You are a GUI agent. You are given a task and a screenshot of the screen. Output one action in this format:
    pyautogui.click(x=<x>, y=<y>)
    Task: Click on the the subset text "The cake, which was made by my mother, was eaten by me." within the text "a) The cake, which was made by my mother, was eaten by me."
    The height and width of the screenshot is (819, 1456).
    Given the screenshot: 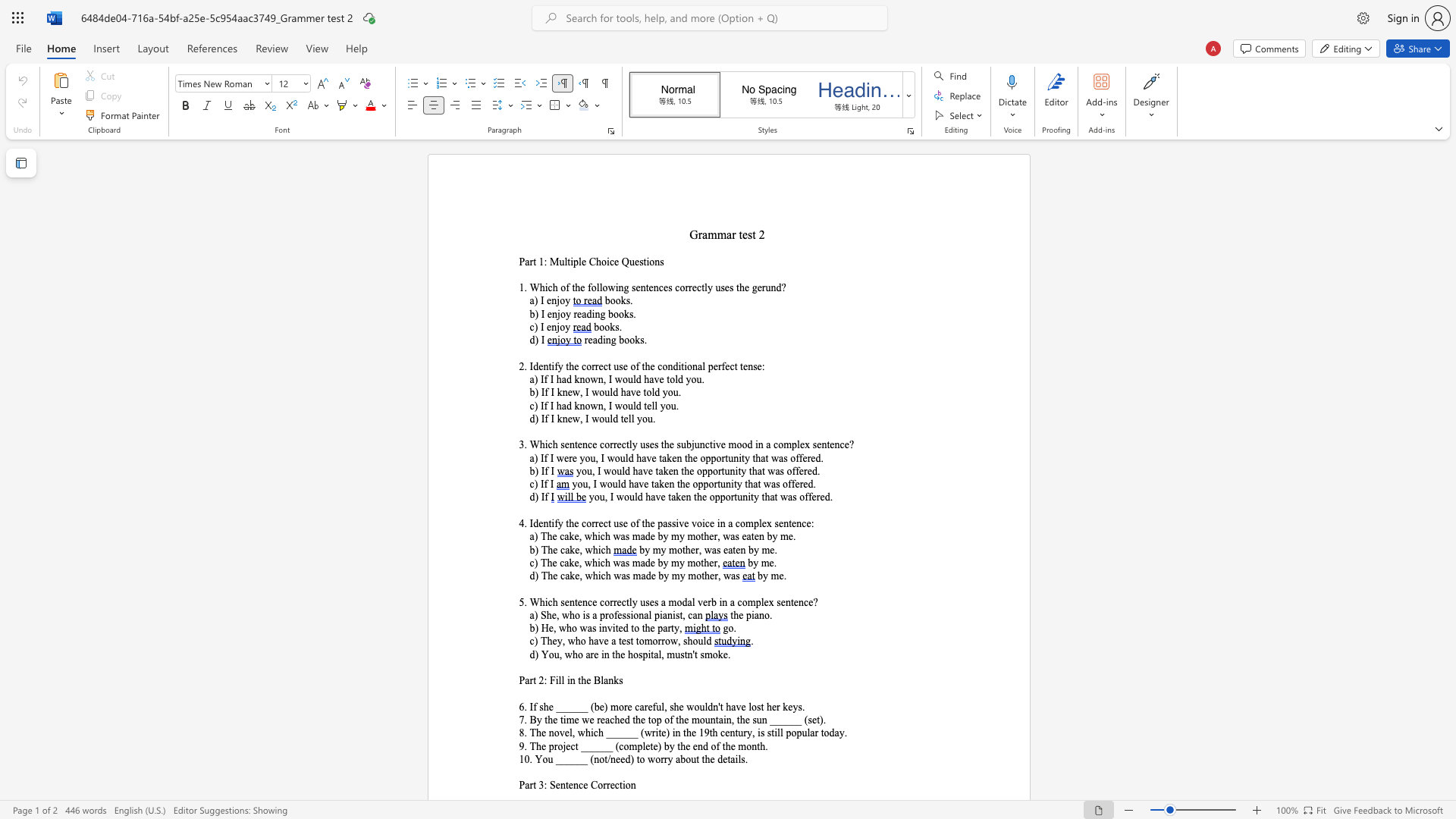 What is the action you would take?
    pyautogui.click(x=540, y=535)
    